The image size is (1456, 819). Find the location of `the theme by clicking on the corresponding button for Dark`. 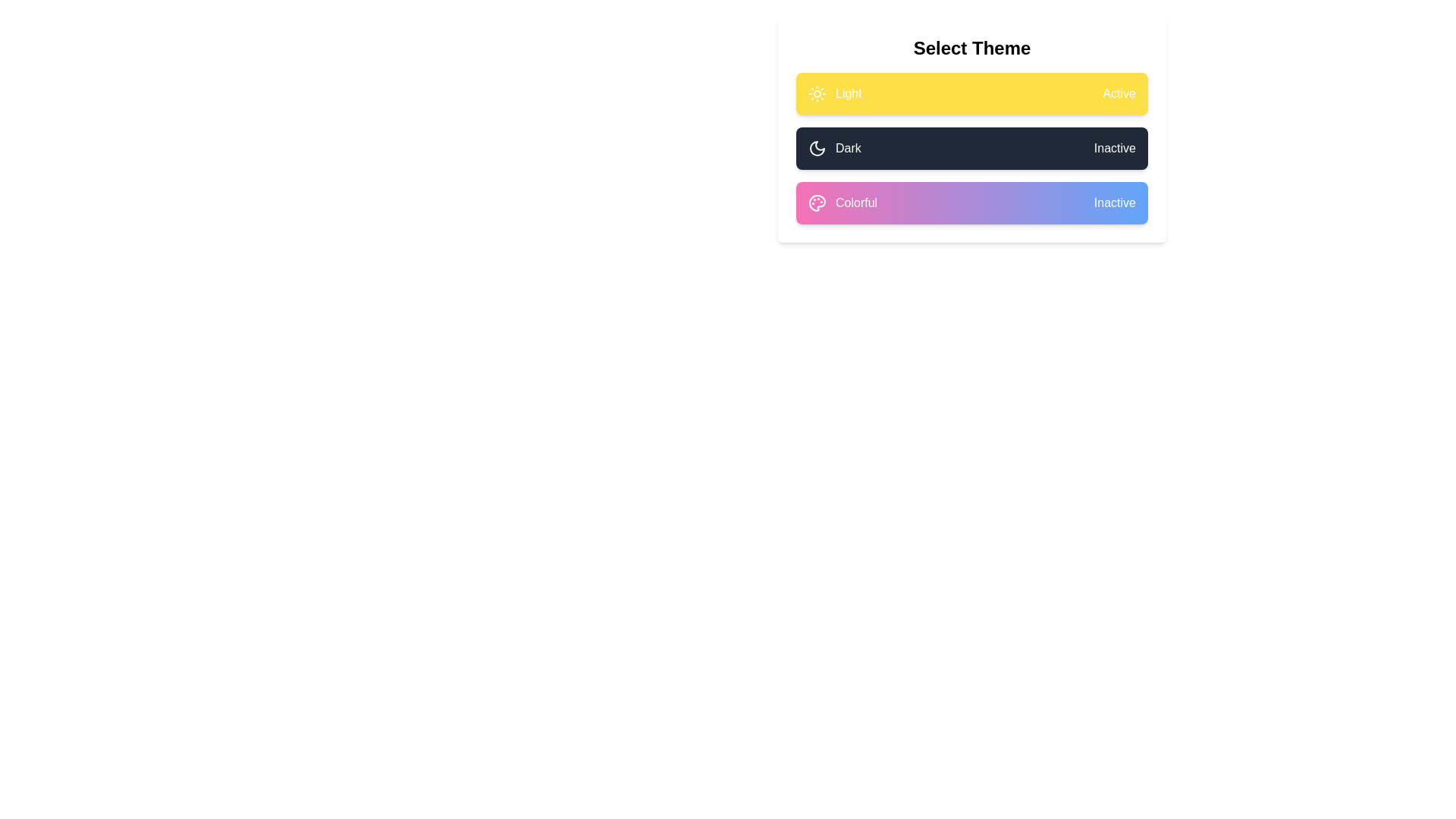

the theme by clicking on the corresponding button for Dark is located at coordinates (971, 149).